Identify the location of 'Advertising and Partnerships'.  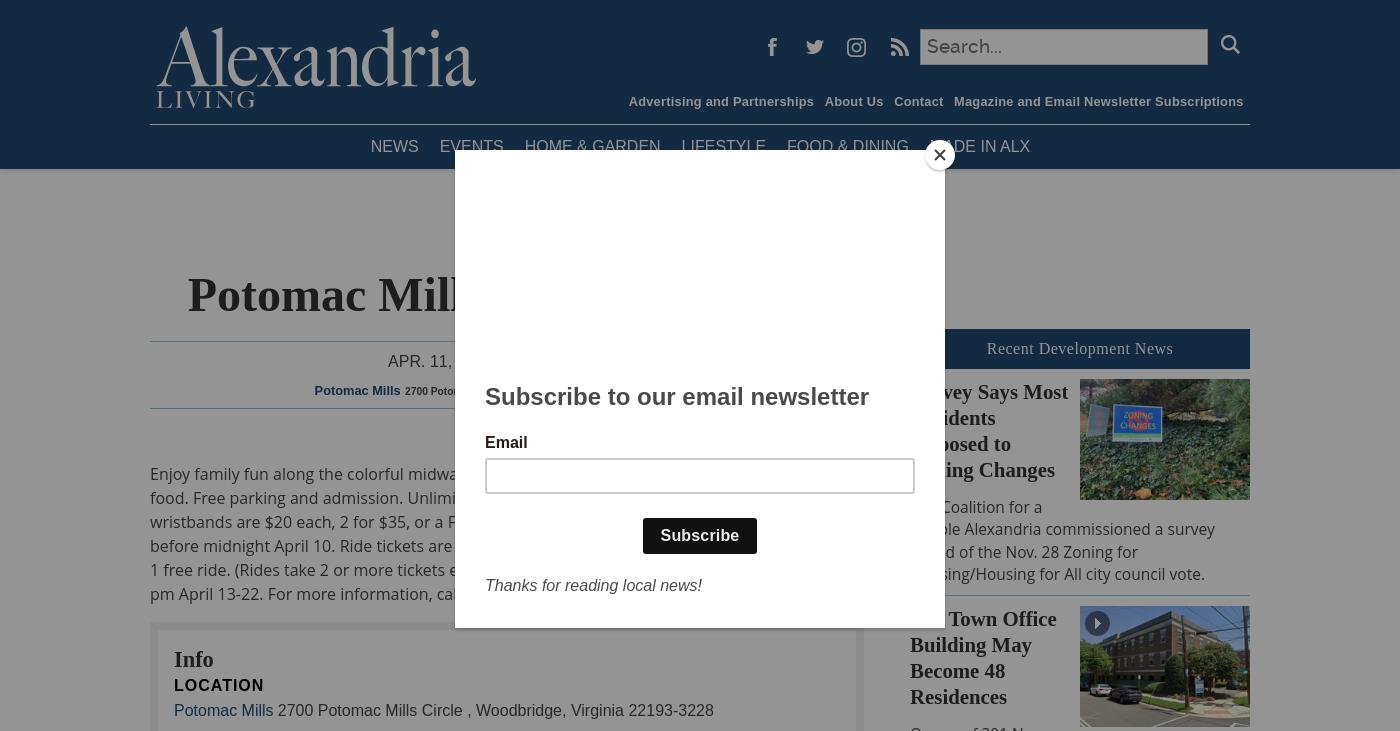
(721, 100).